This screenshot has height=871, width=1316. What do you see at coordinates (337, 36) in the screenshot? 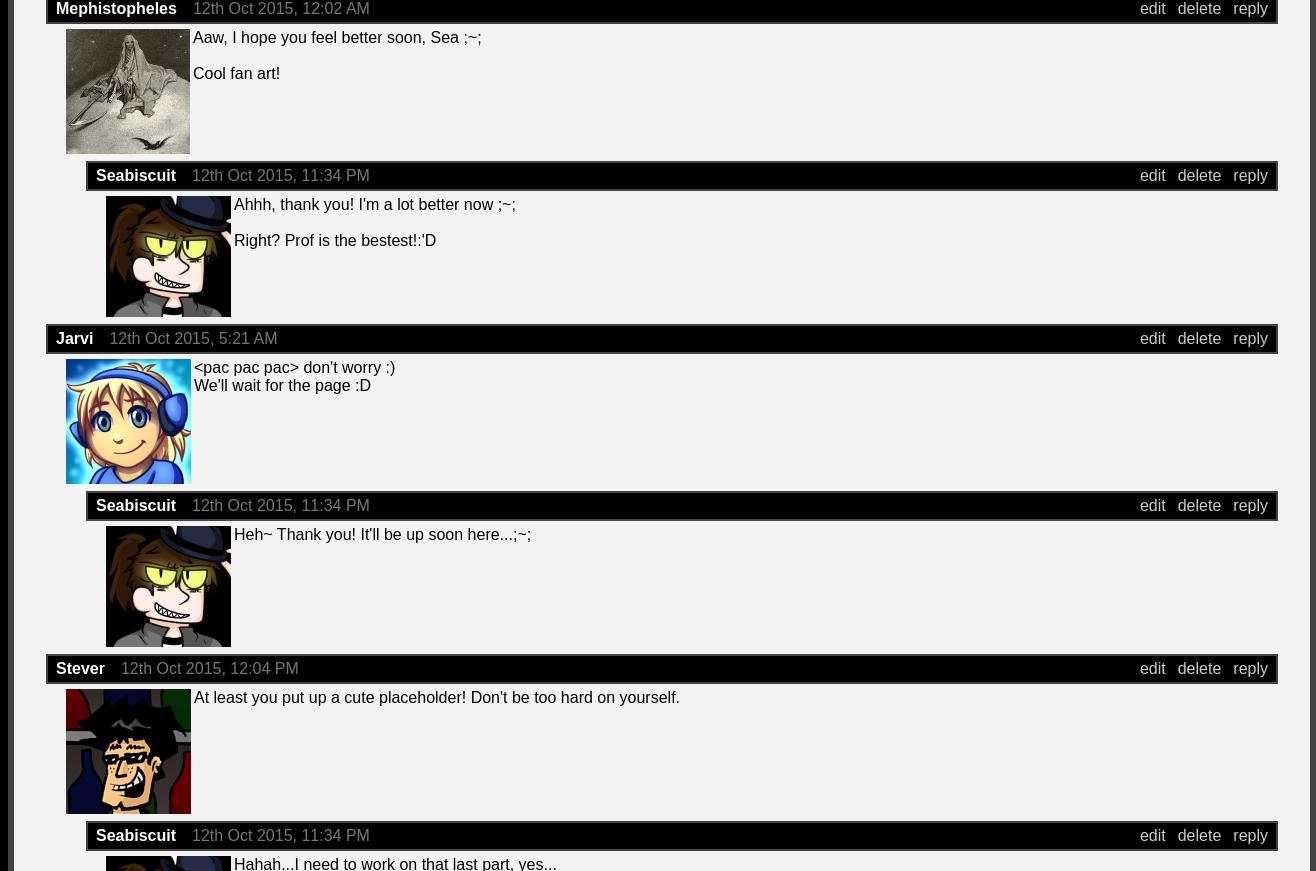
I see `'Aaw, I hope you feel better soon, Sea ;~;'` at bounding box center [337, 36].